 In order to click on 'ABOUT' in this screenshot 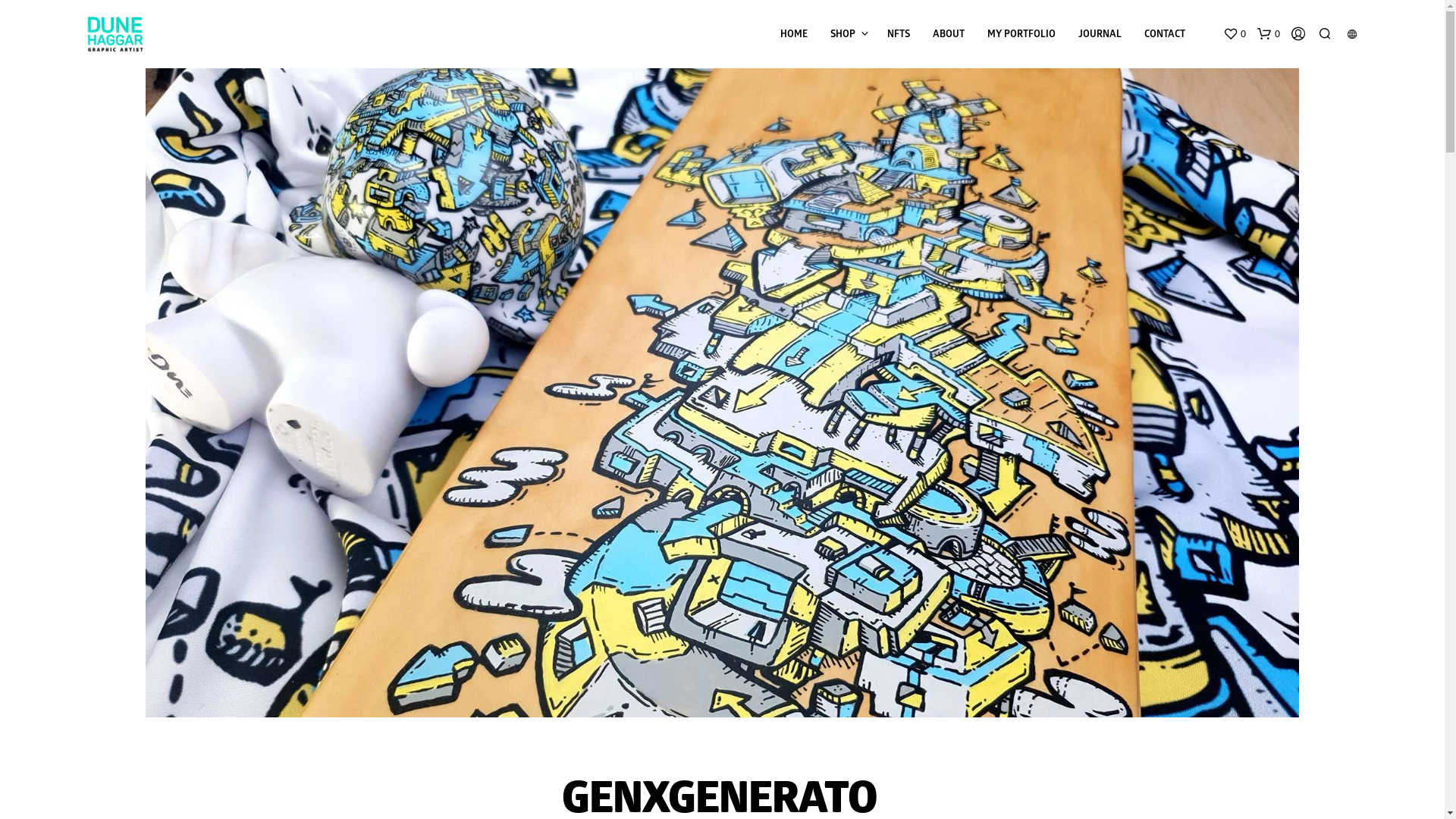, I will do `click(920, 34)`.